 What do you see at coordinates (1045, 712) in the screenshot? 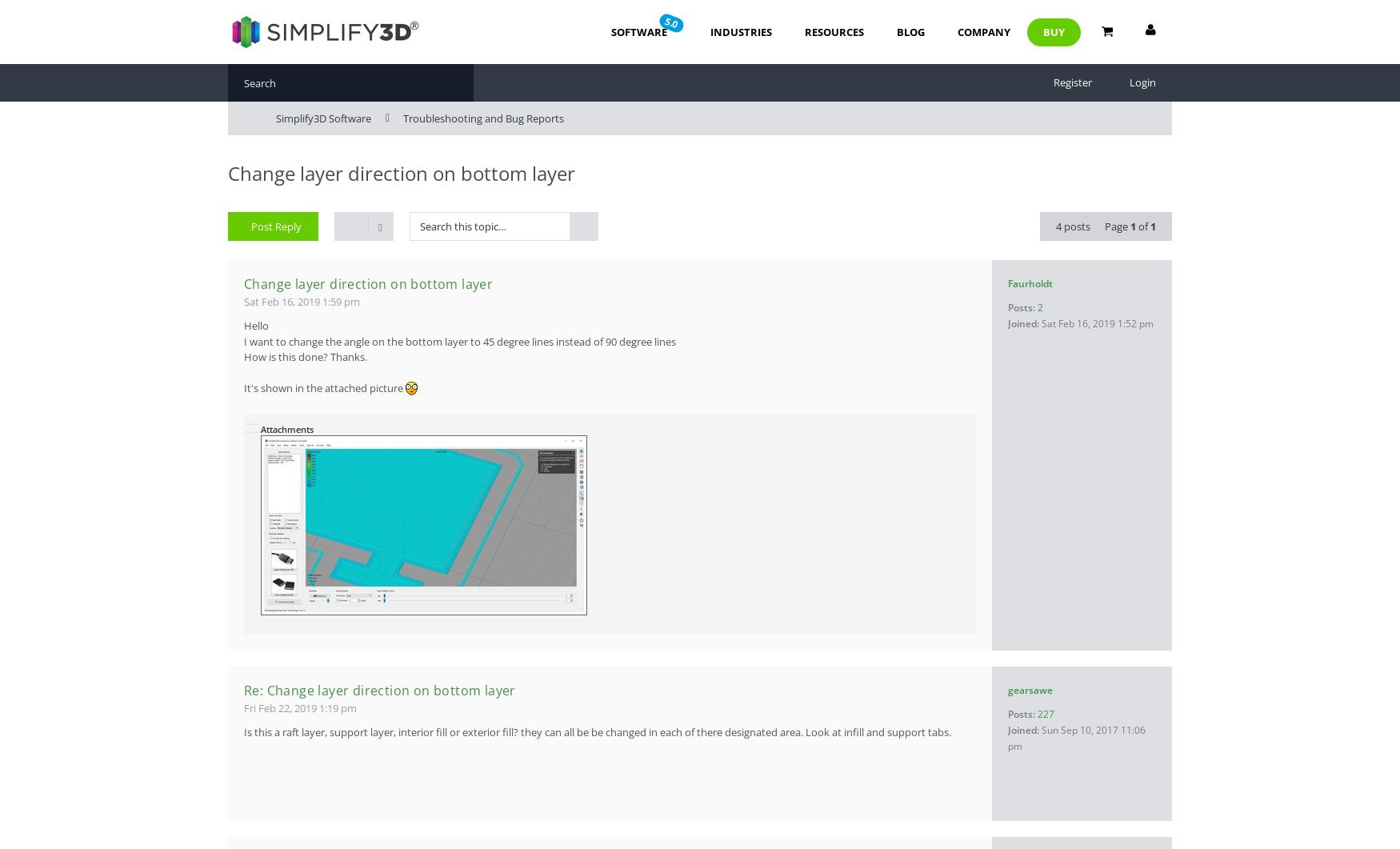
I see `'227'` at bounding box center [1045, 712].